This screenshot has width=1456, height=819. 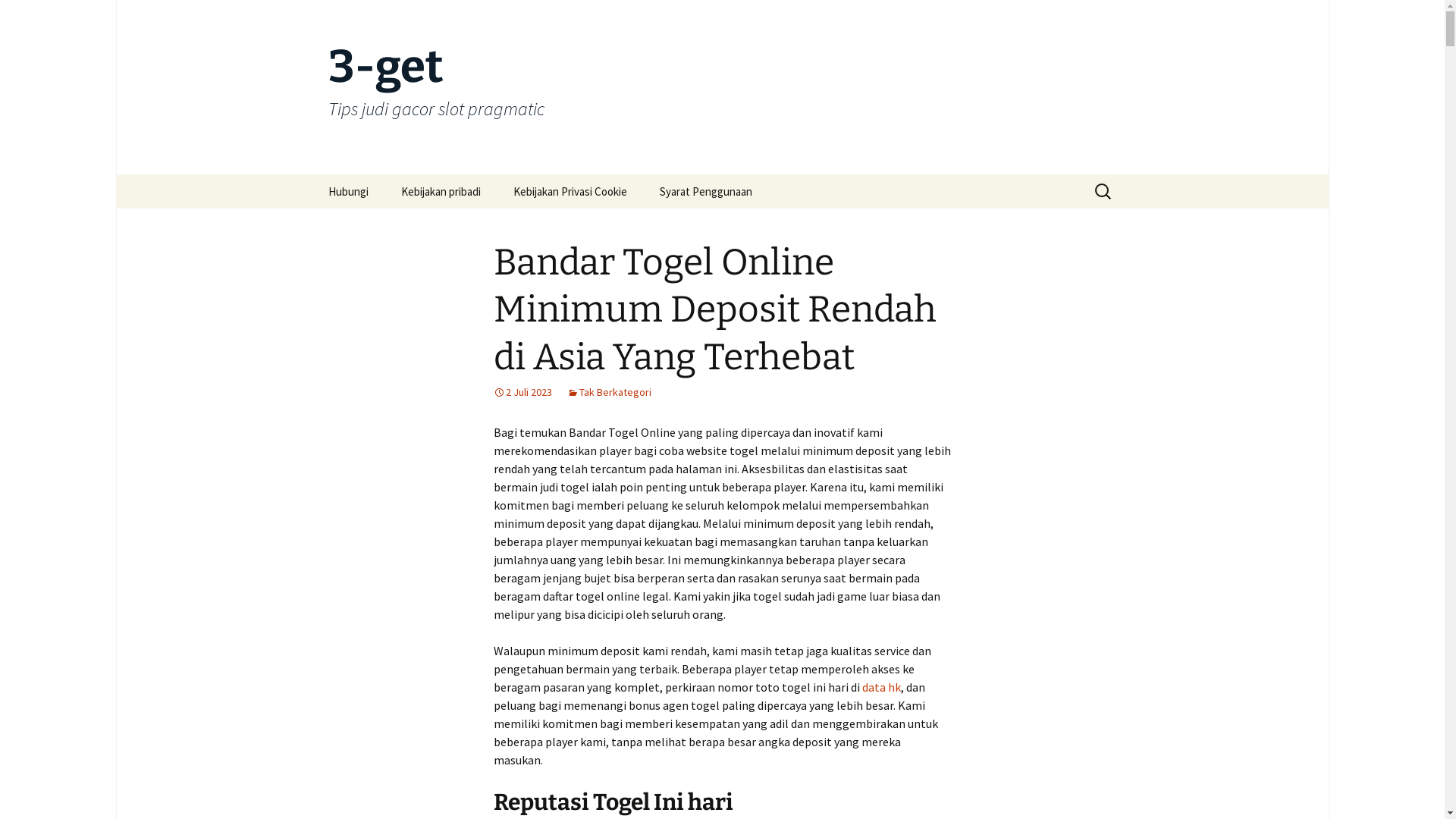 What do you see at coordinates (385, 190) in the screenshot?
I see `'Kebijakan pribadi'` at bounding box center [385, 190].